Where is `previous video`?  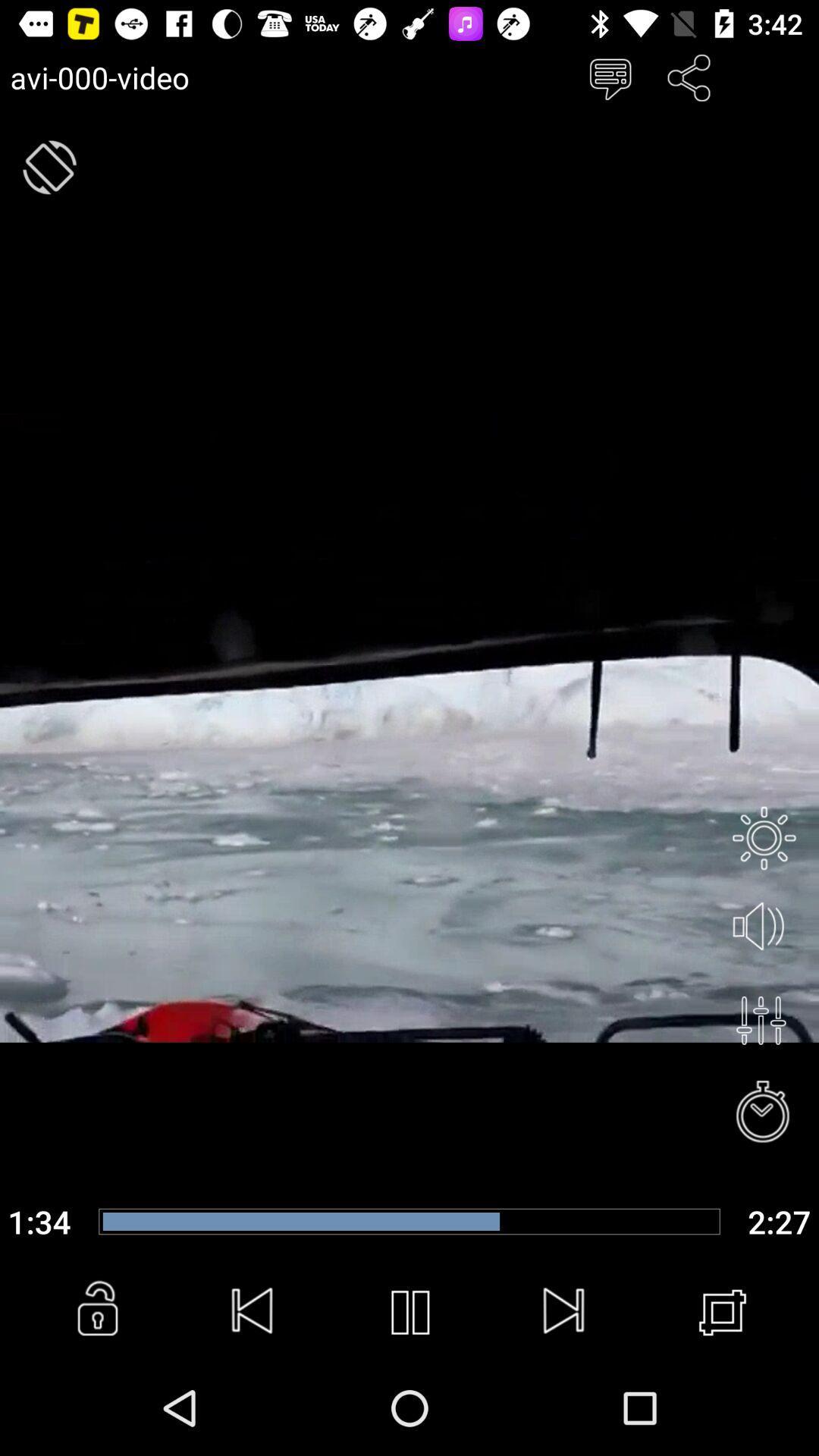 previous video is located at coordinates (253, 1312).